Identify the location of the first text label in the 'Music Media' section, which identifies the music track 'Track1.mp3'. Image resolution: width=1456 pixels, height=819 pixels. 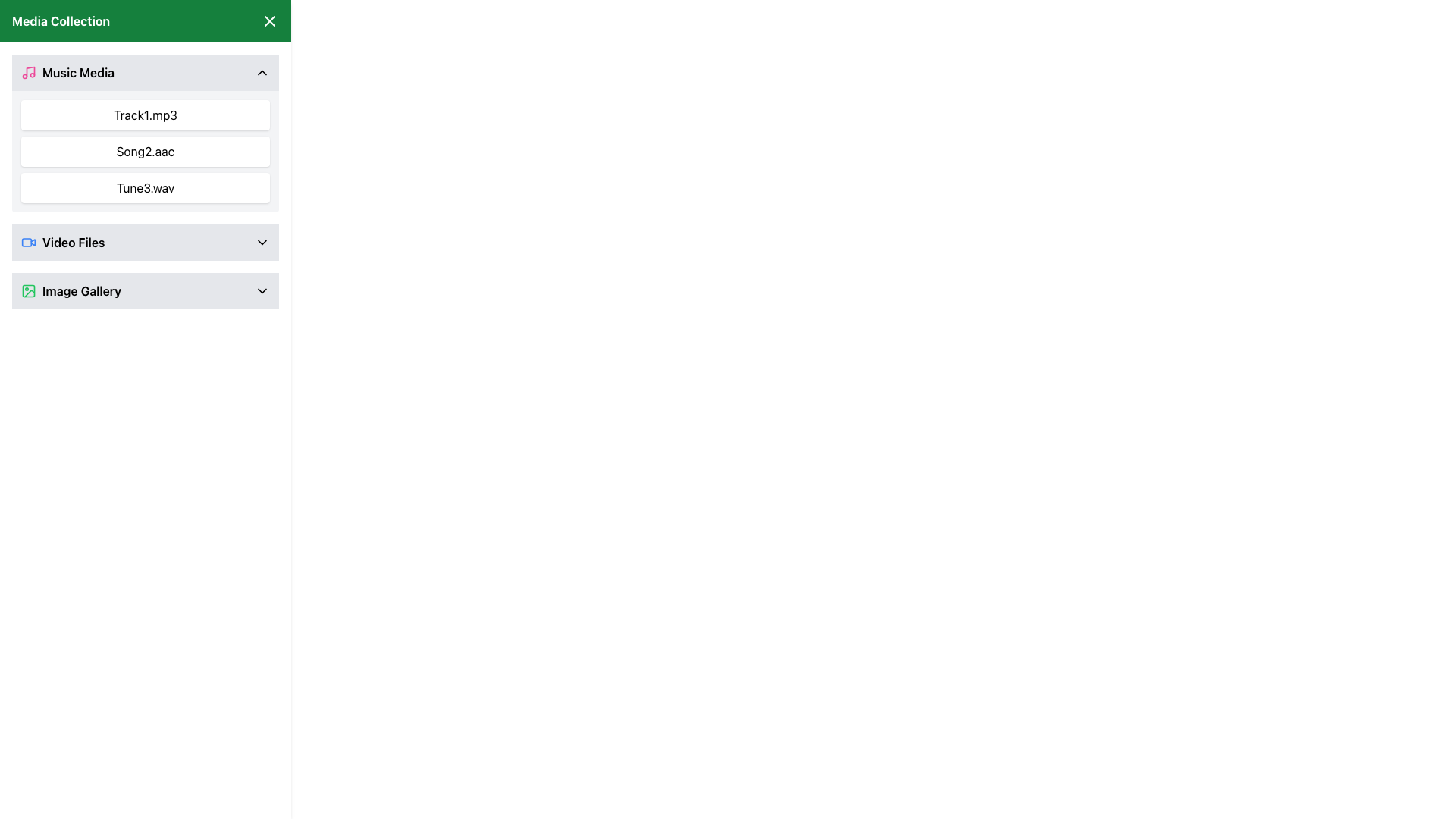
(146, 114).